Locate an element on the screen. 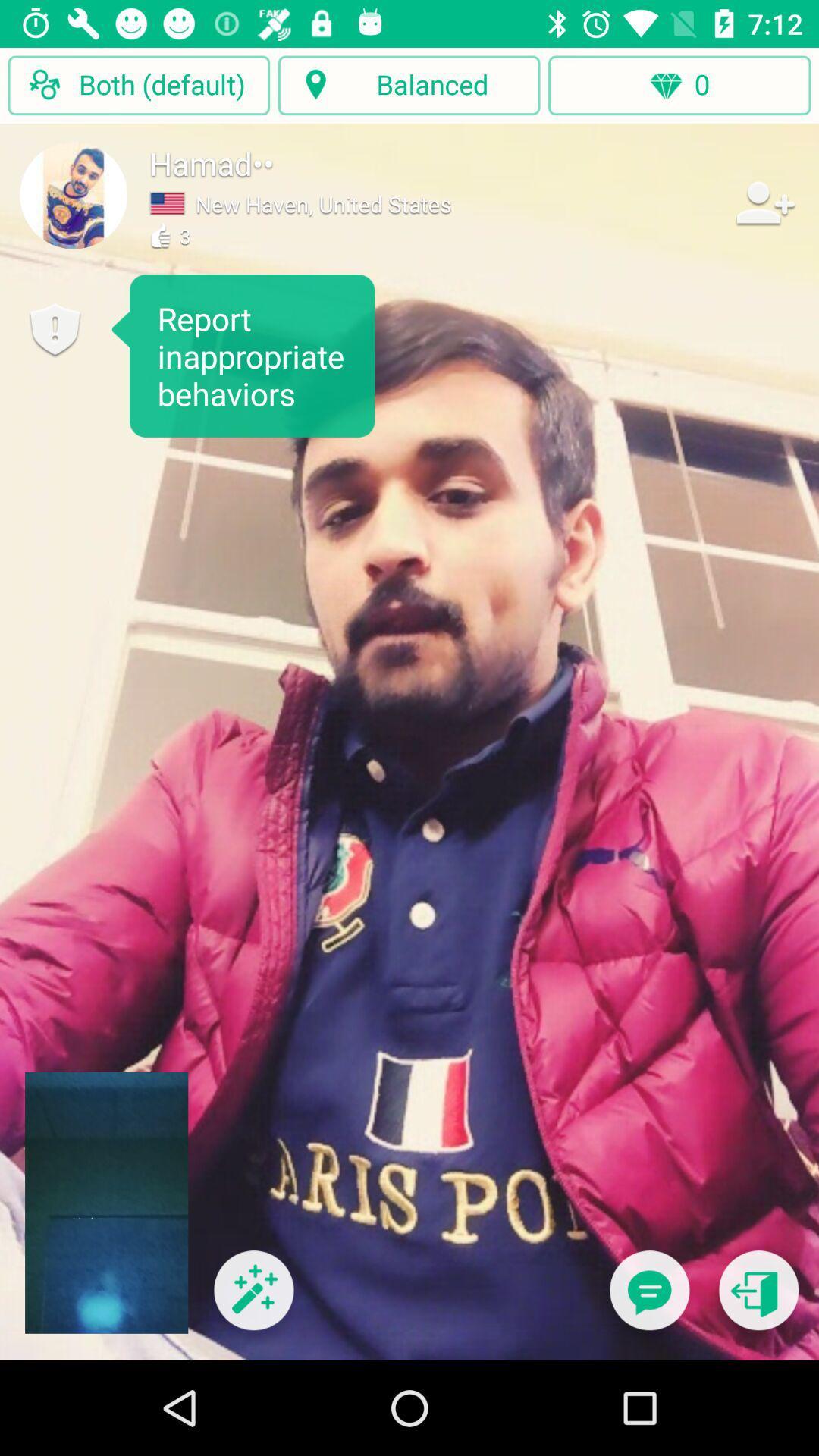 This screenshot has height=1456, width=819. the icon above report inappropriate behaviors item is located at coordinates (74, 194).